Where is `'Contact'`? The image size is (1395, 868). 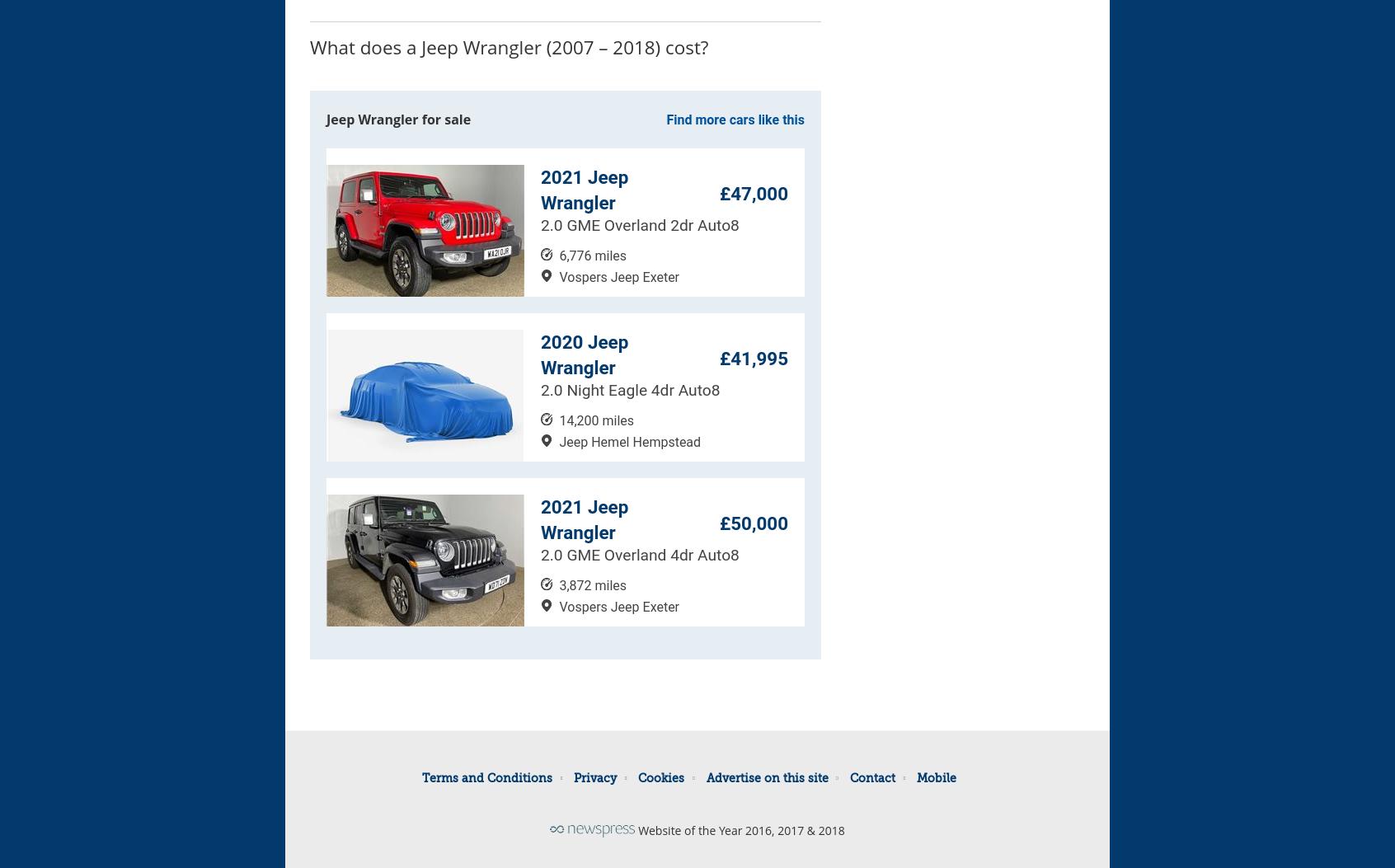 'Contact' is located at coordinates (848, 777).